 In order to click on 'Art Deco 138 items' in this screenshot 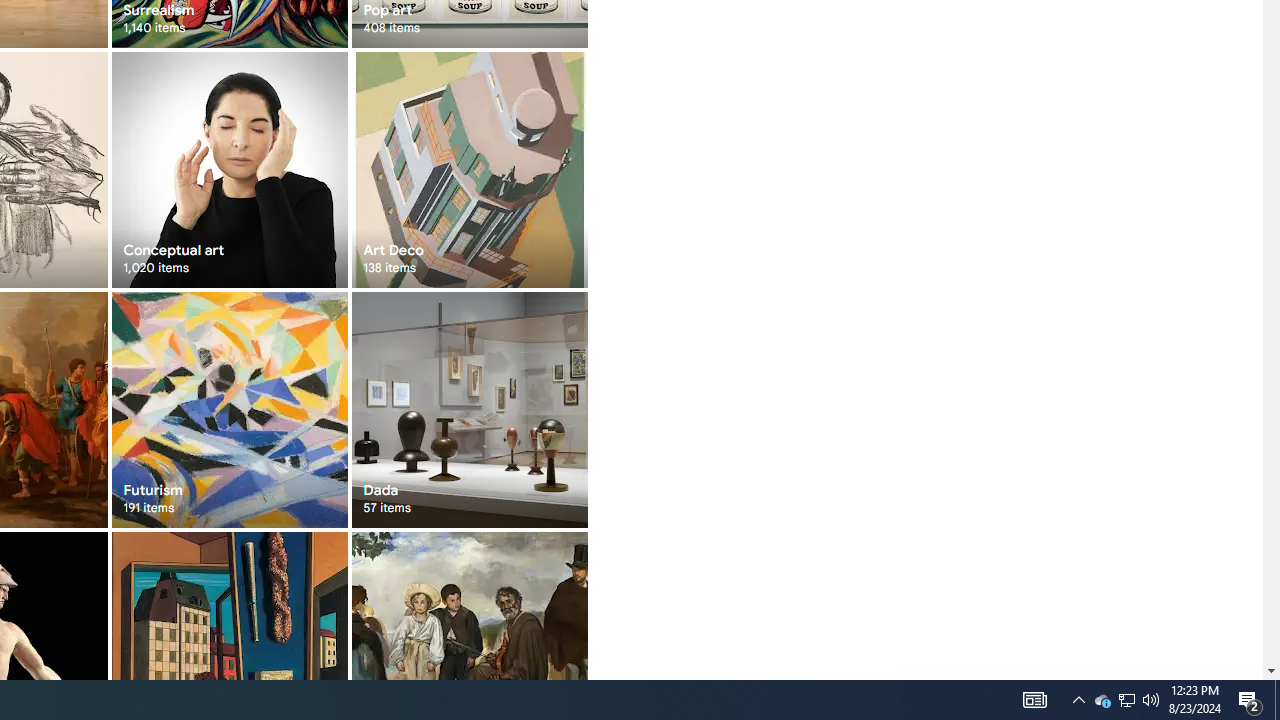, I will do `click(468, 168)`.